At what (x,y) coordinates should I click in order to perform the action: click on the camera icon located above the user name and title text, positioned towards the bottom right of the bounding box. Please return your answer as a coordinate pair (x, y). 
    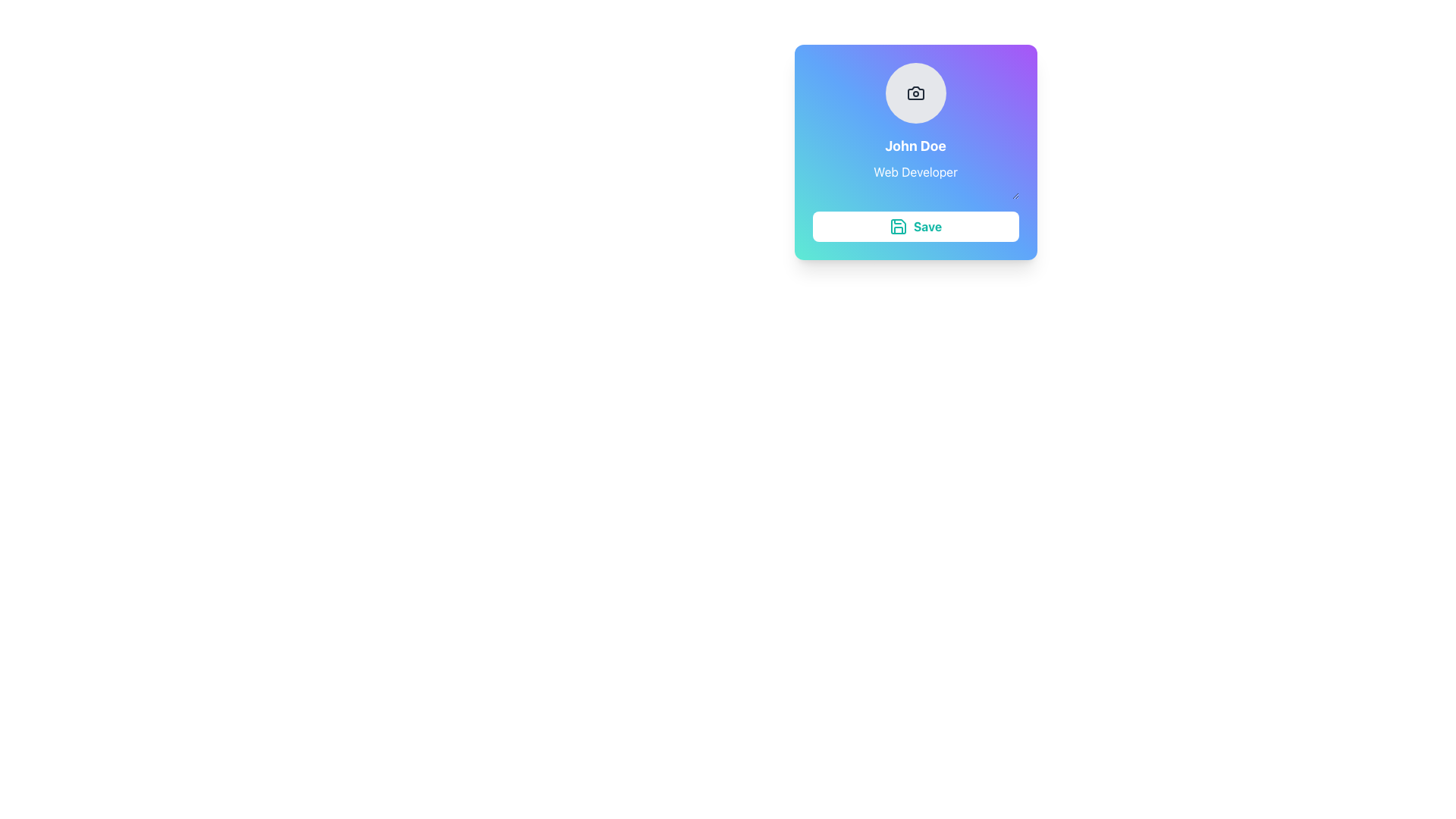
    Looking at the image, I should click on (915, 93).